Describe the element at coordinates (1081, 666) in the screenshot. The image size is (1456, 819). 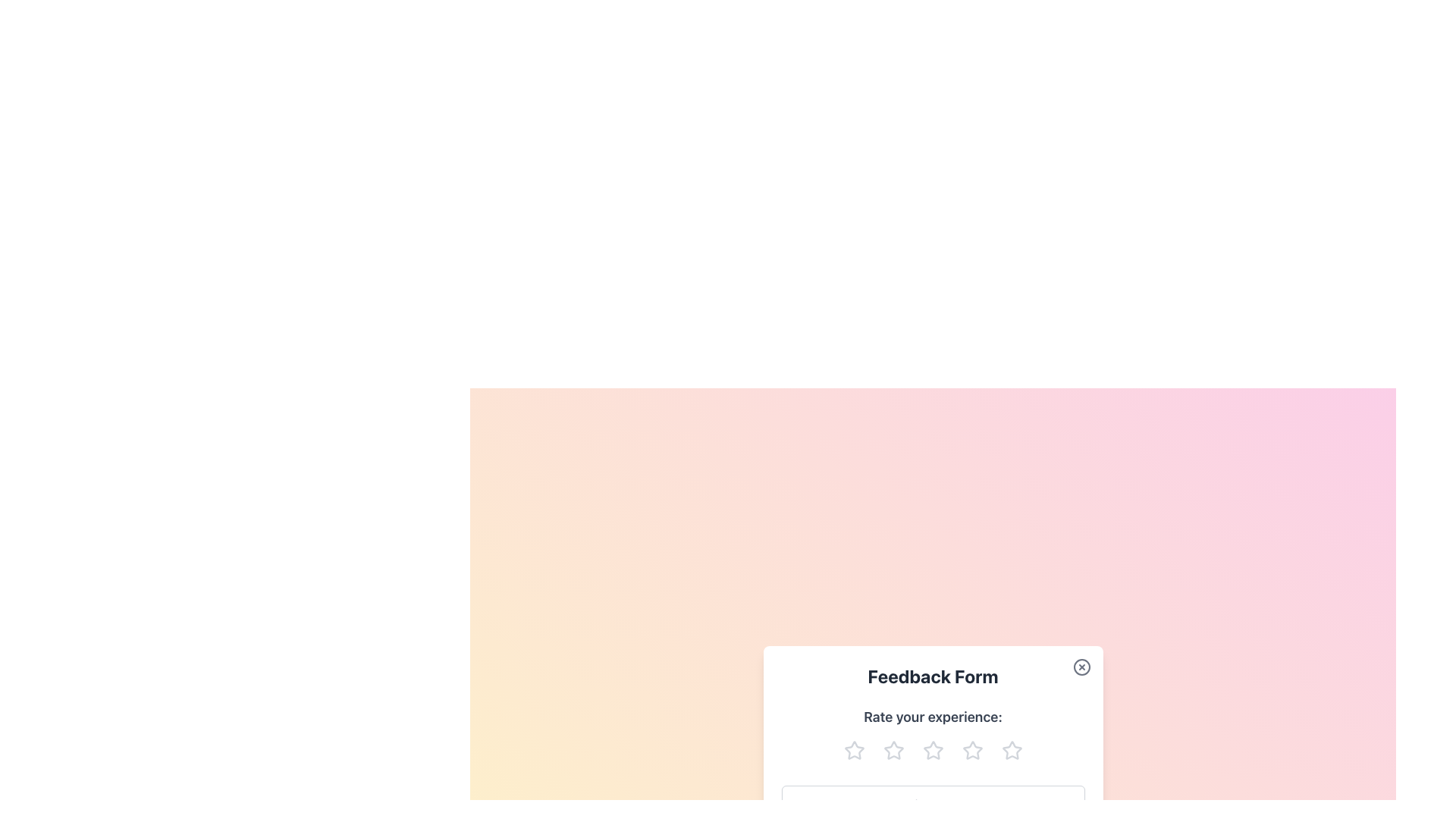
I see `the close button located at the top-right corner of the 'Feedback Form'` at that location.